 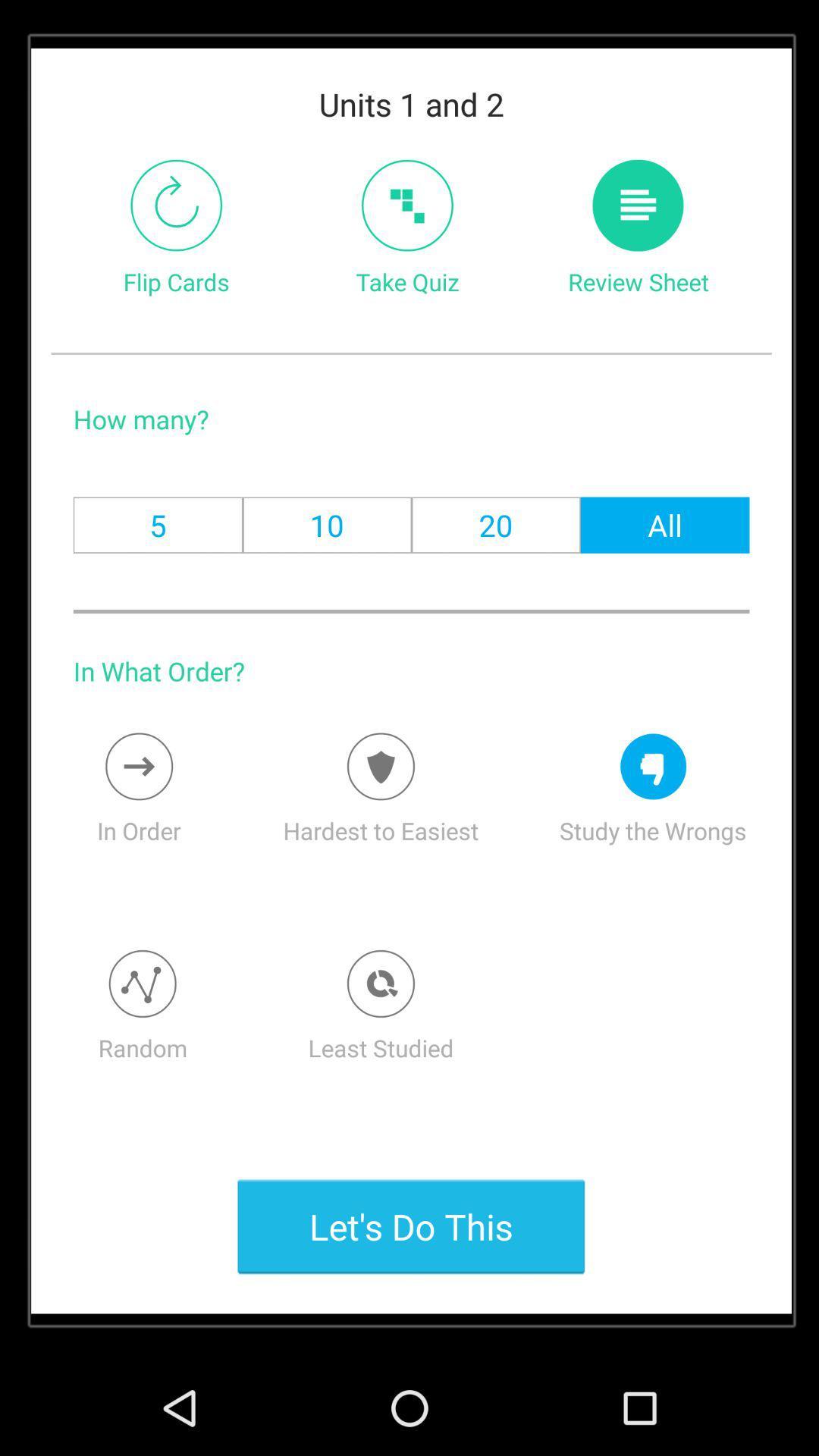 I want to click on opens the review sheet tab, so click(x=638, y=205).